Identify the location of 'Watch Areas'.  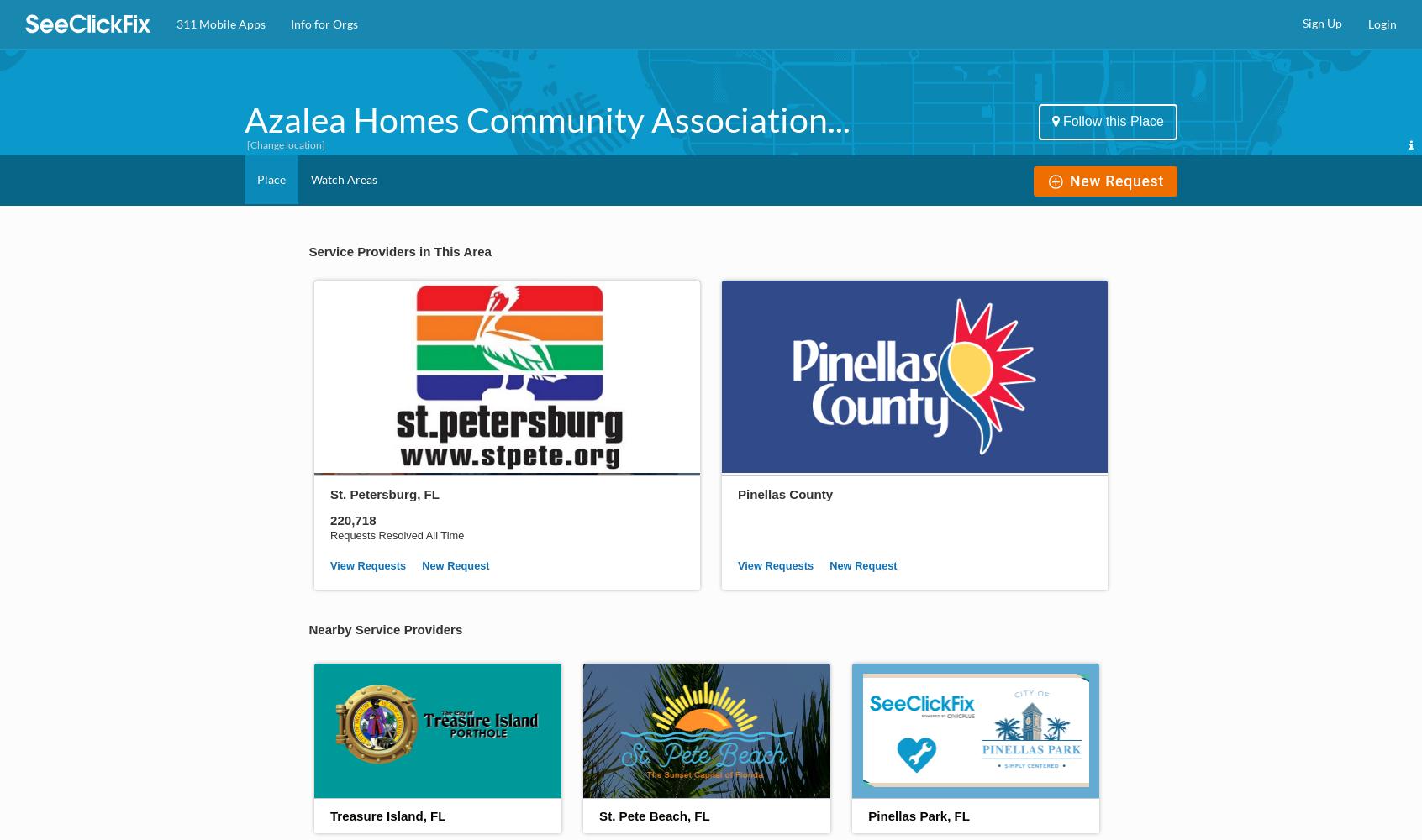
(344, 178).